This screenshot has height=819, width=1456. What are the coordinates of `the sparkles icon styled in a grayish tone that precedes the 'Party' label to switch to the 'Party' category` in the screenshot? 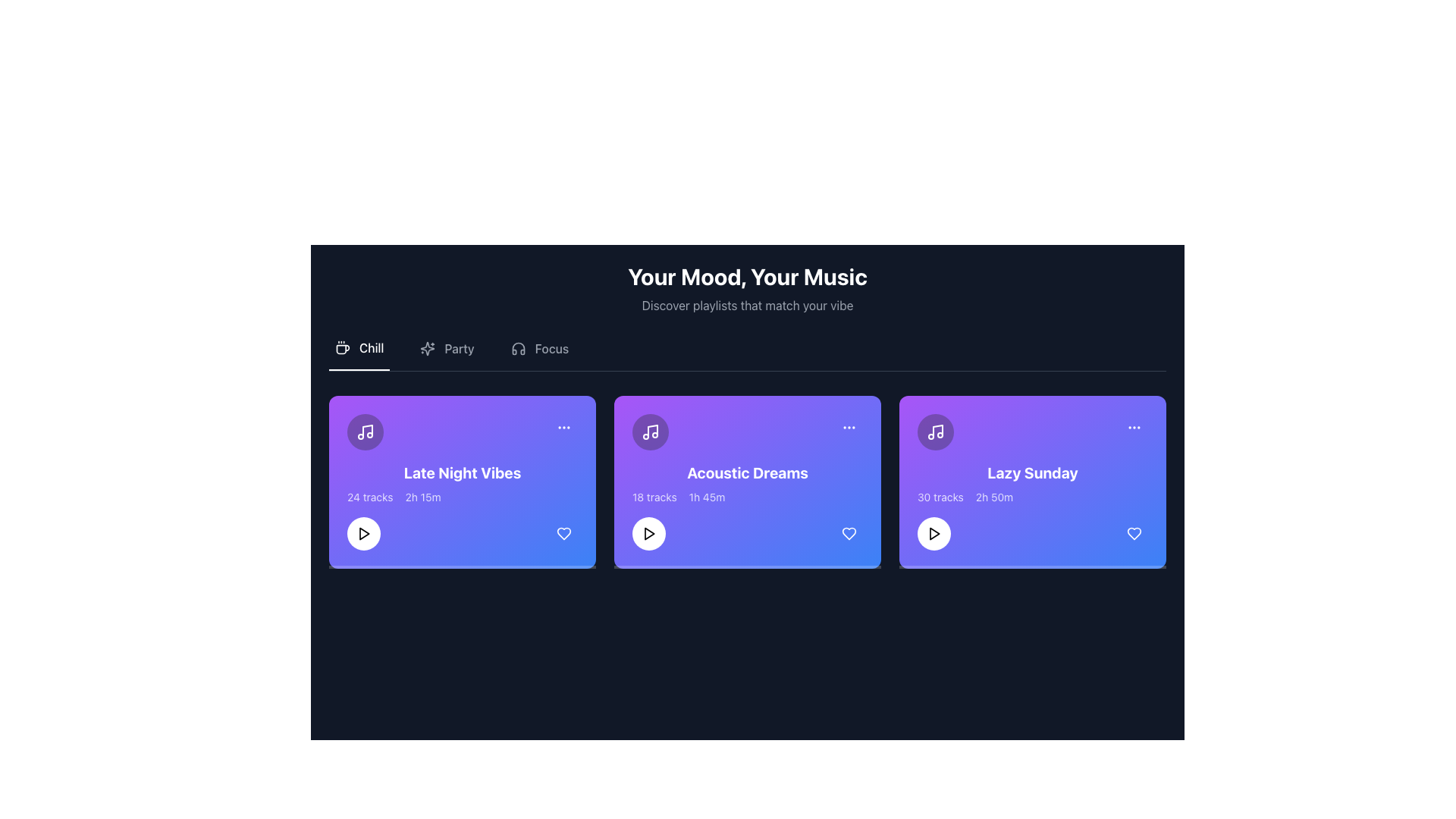 It's located at (427, 348).